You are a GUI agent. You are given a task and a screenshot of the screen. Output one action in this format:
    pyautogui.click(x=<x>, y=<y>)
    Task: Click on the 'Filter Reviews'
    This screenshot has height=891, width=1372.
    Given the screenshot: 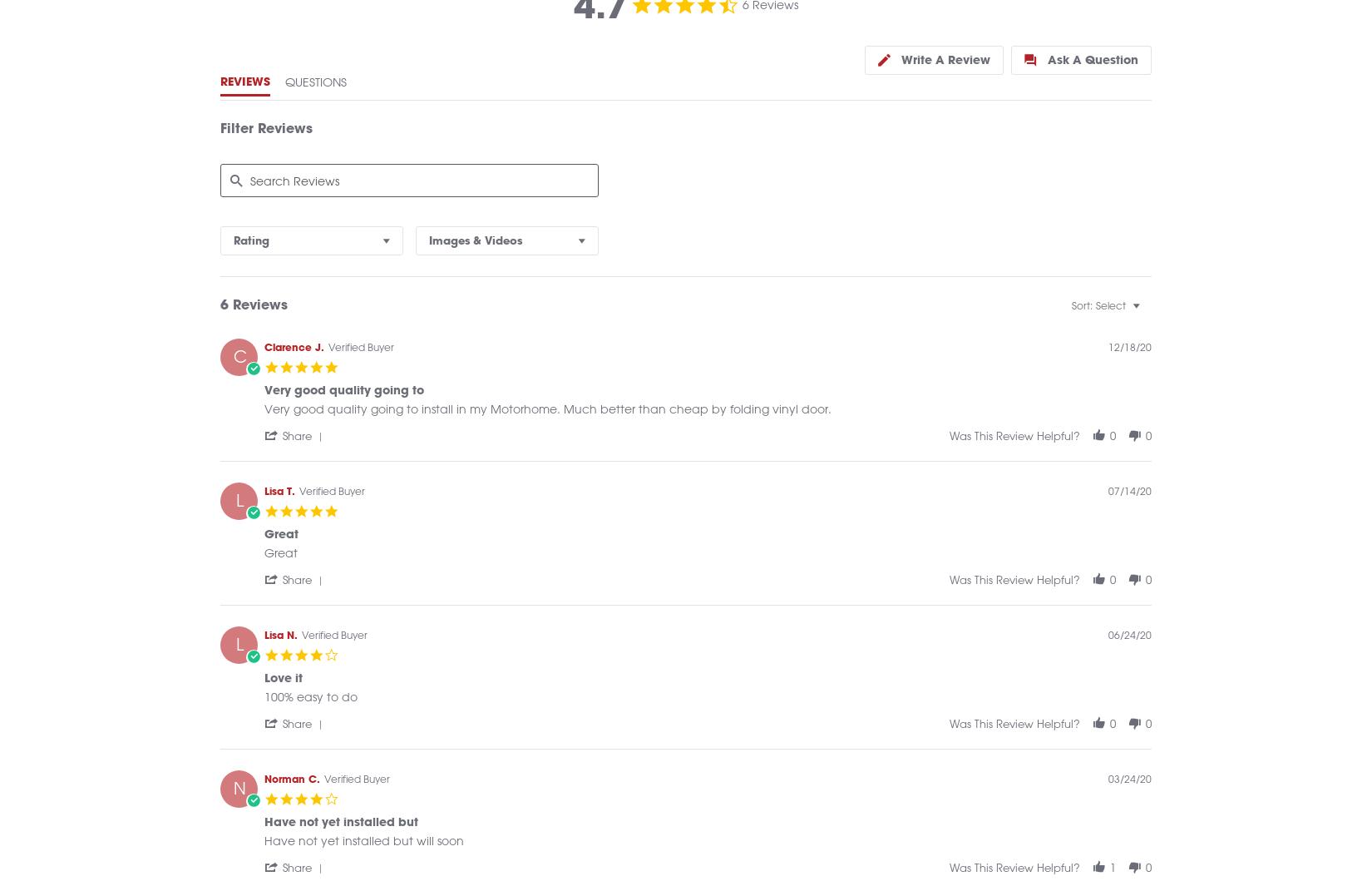 What is the action you would take?
    pyautogui.click(x=266, y=145)
    